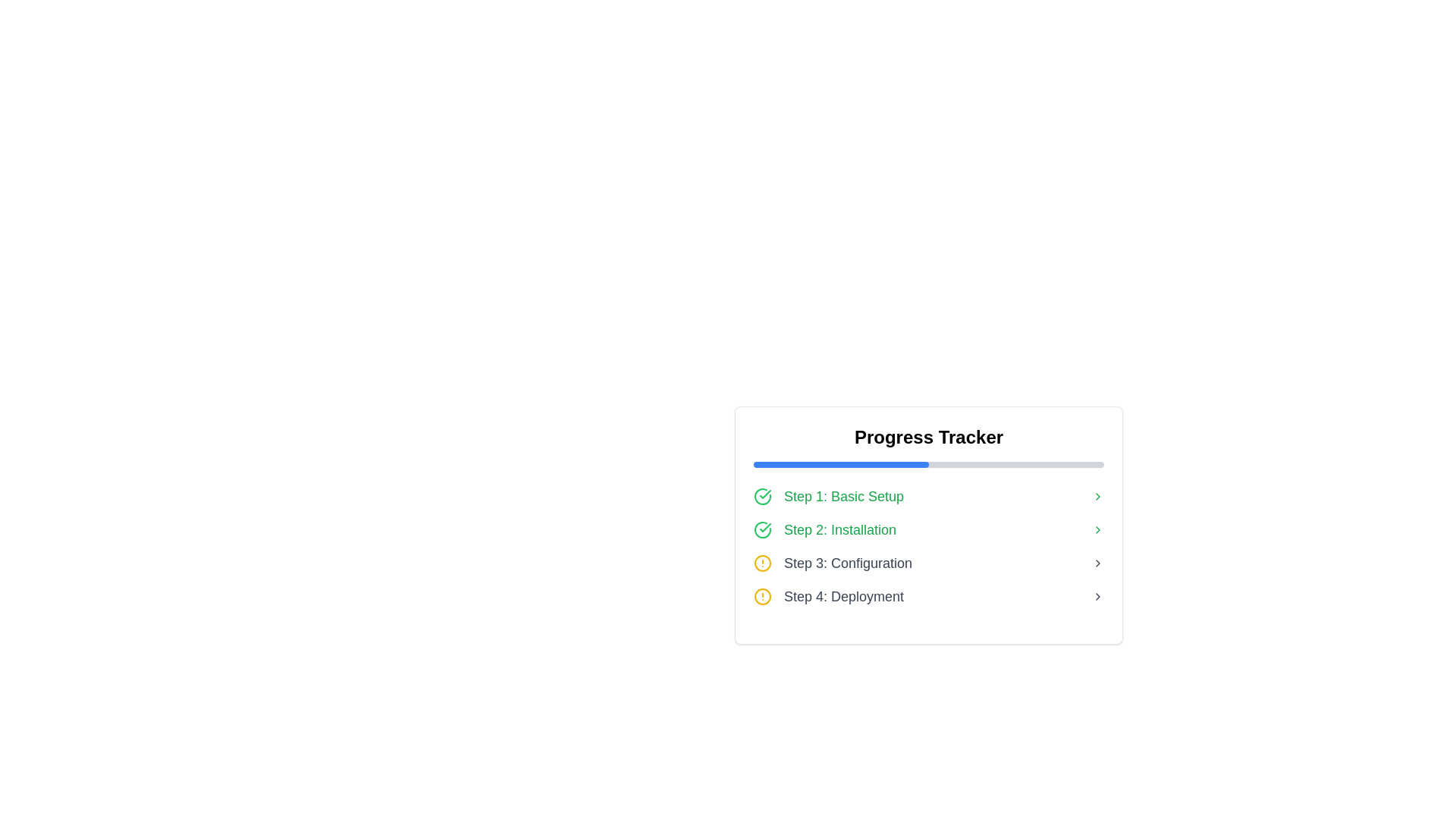 The height and width of the screenshot is (819, 1456). I want to click on the yellow circular icon with an exclamation mark located next to the text 'Step 3: Configuration' in the progress tracker, so click(763, 563).